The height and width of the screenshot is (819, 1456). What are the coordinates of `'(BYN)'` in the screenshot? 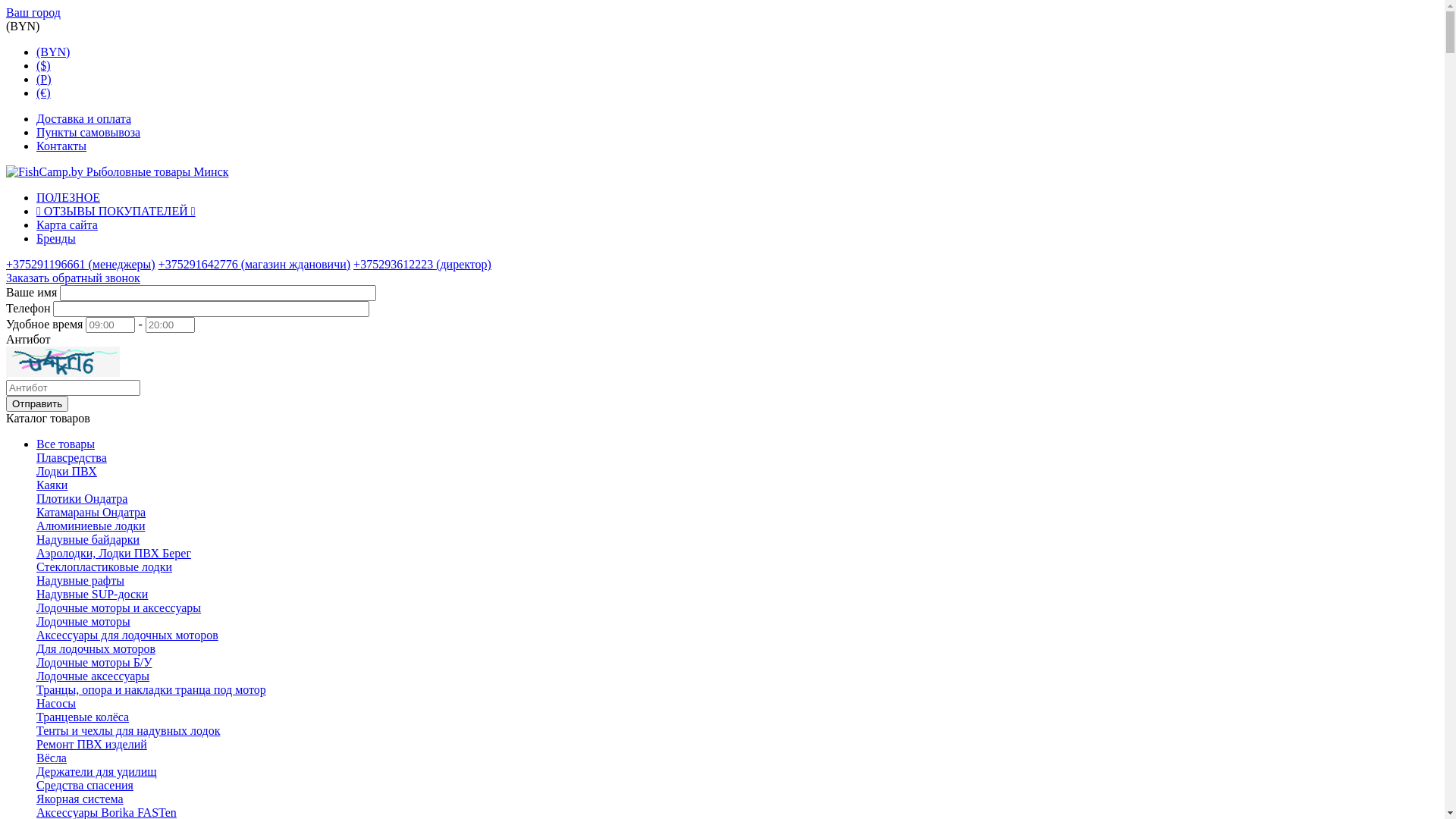 It's located at (53, 51).